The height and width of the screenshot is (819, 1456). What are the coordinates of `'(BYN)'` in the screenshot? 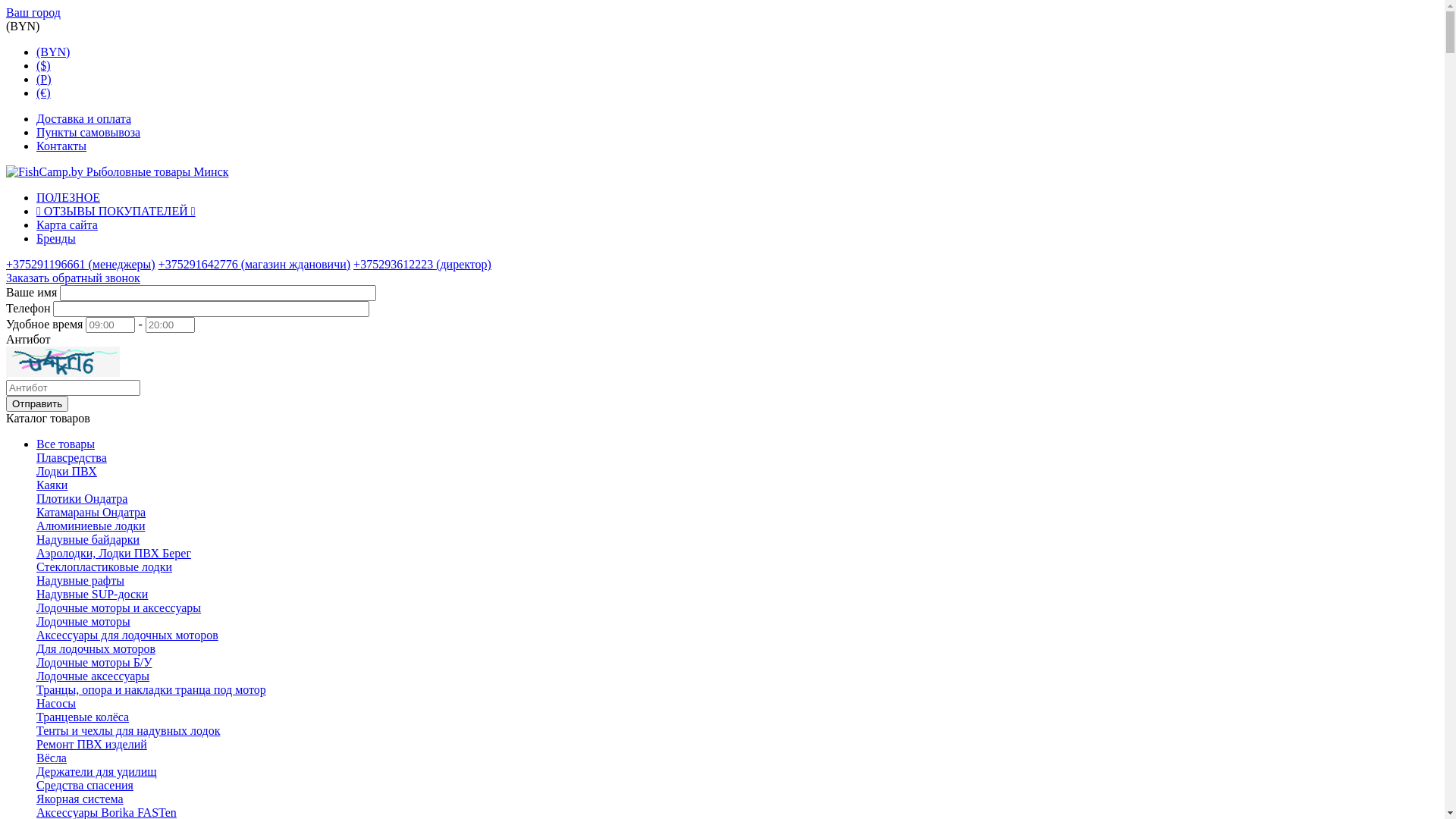 It's located at (53, 51).